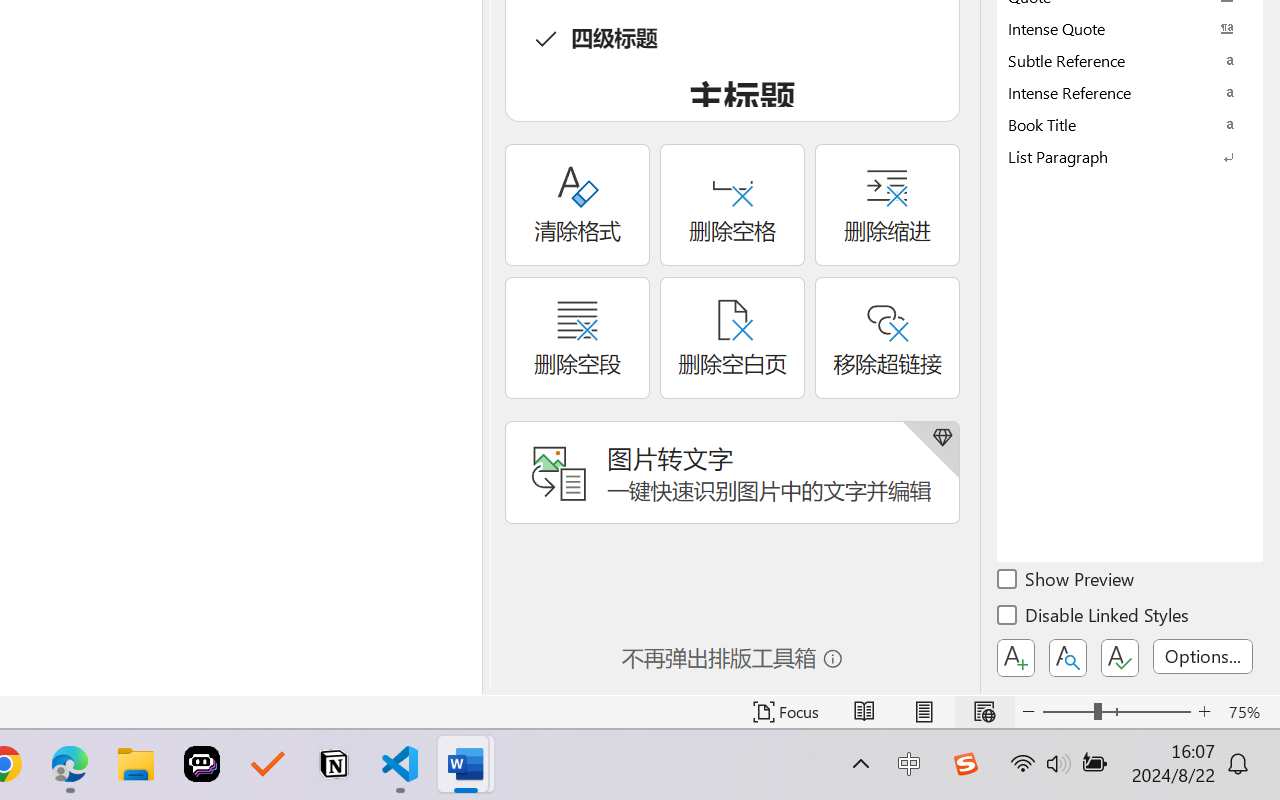  Describe the element at coordinates (1066, 581) in the screenshot. I see `'Show Preview'` at that location.